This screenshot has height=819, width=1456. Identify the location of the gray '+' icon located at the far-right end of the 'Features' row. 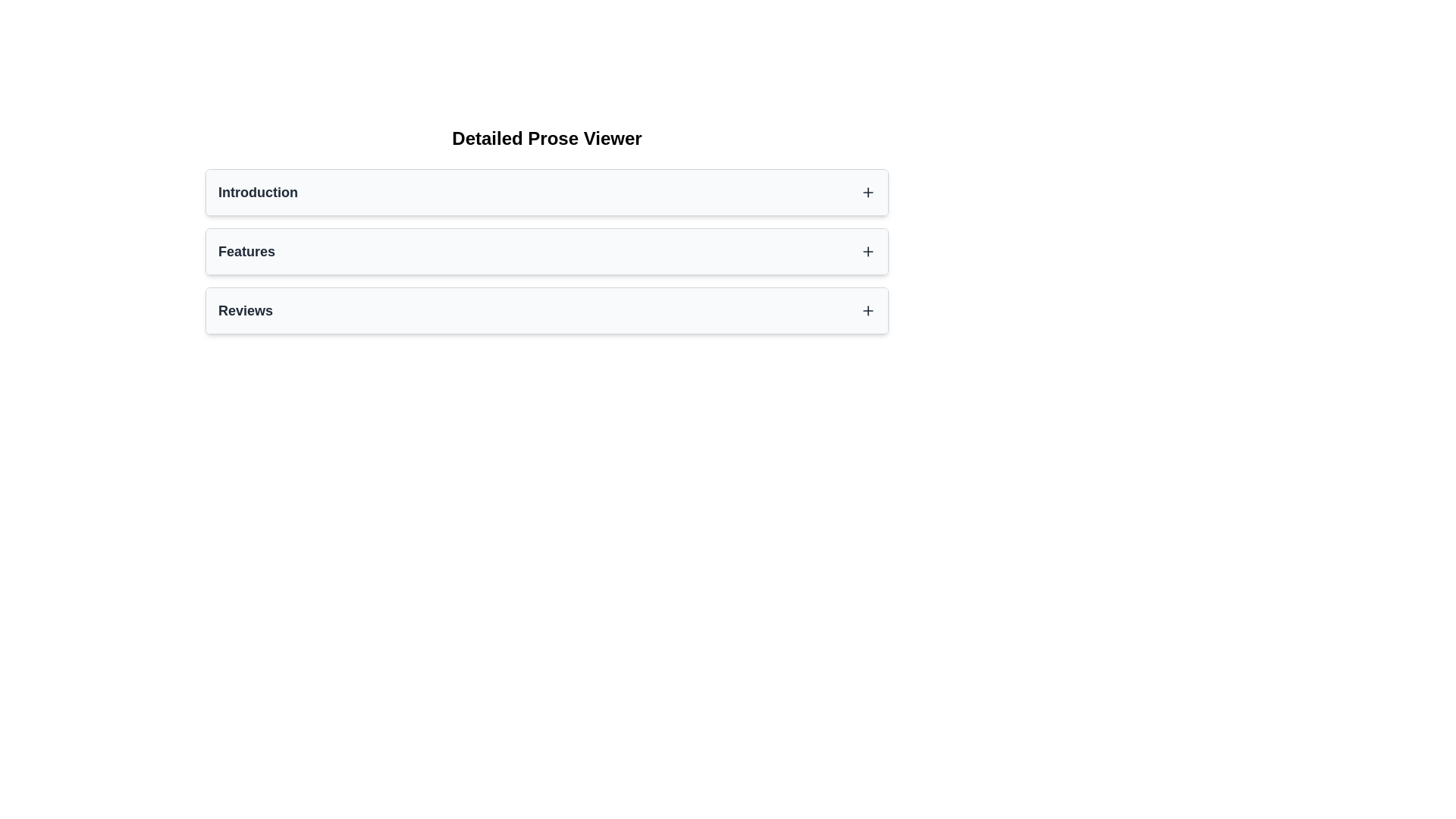
(868, 250).